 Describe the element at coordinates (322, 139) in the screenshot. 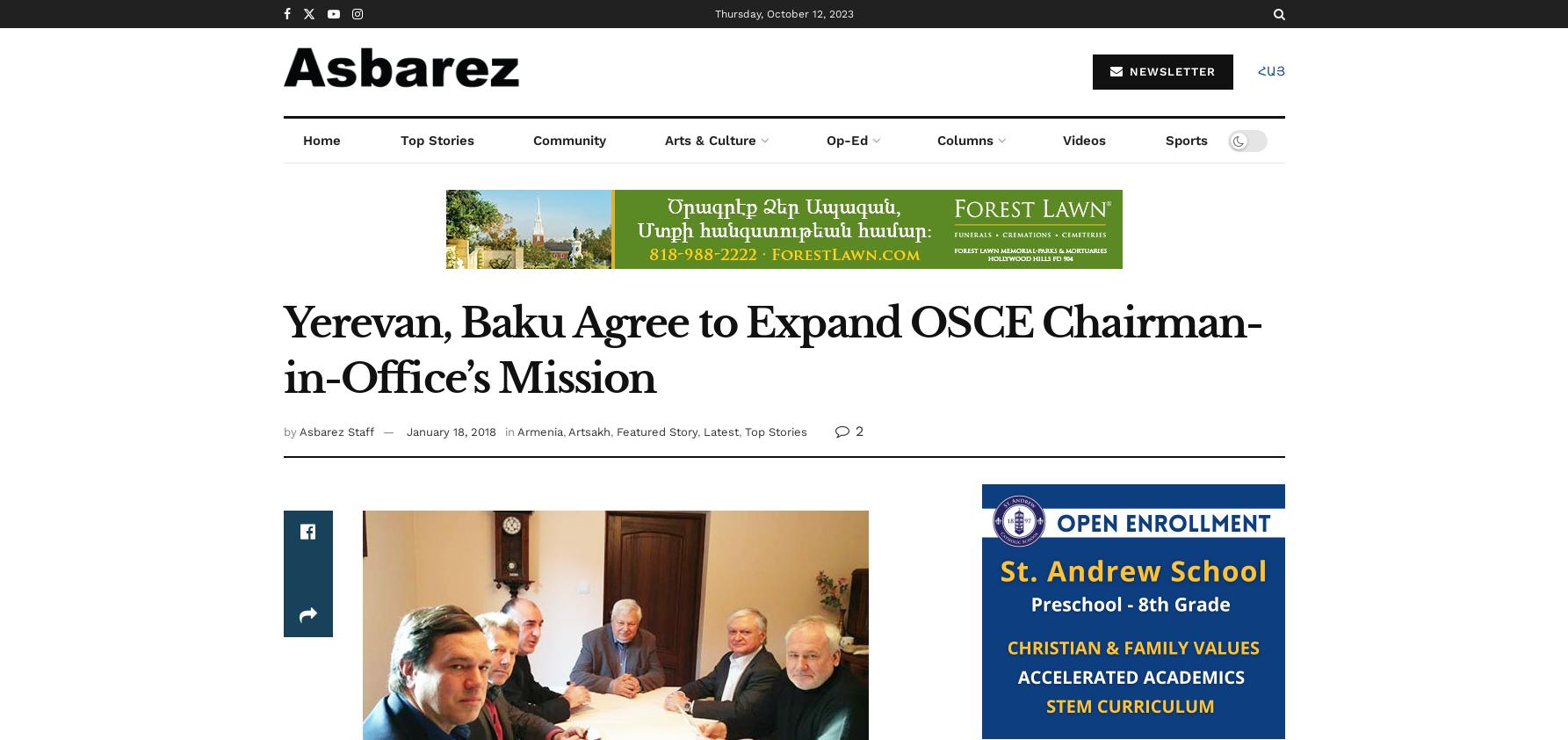

I see `'Home'` at that location.